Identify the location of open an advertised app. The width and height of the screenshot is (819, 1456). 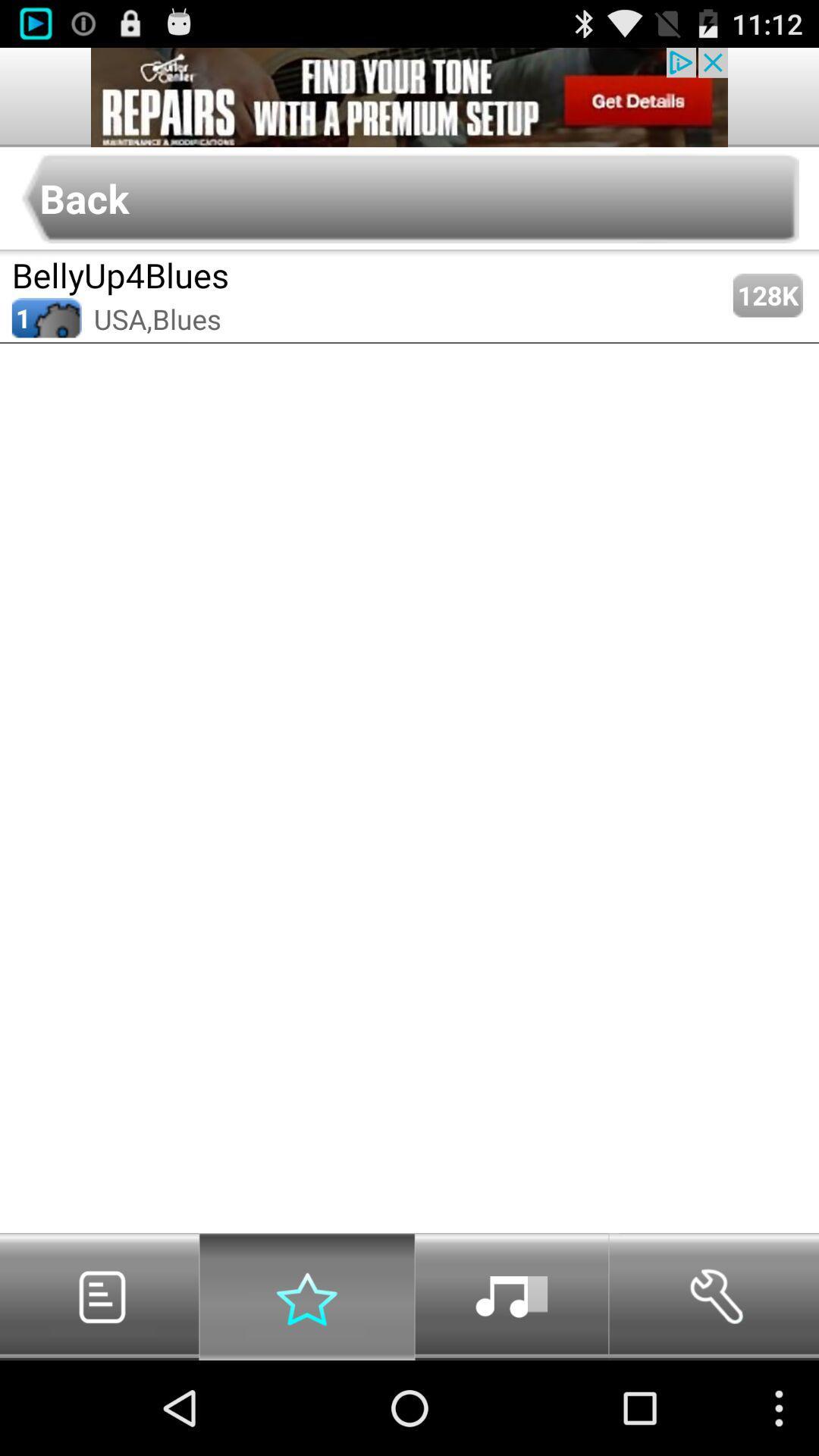
(409, 96).